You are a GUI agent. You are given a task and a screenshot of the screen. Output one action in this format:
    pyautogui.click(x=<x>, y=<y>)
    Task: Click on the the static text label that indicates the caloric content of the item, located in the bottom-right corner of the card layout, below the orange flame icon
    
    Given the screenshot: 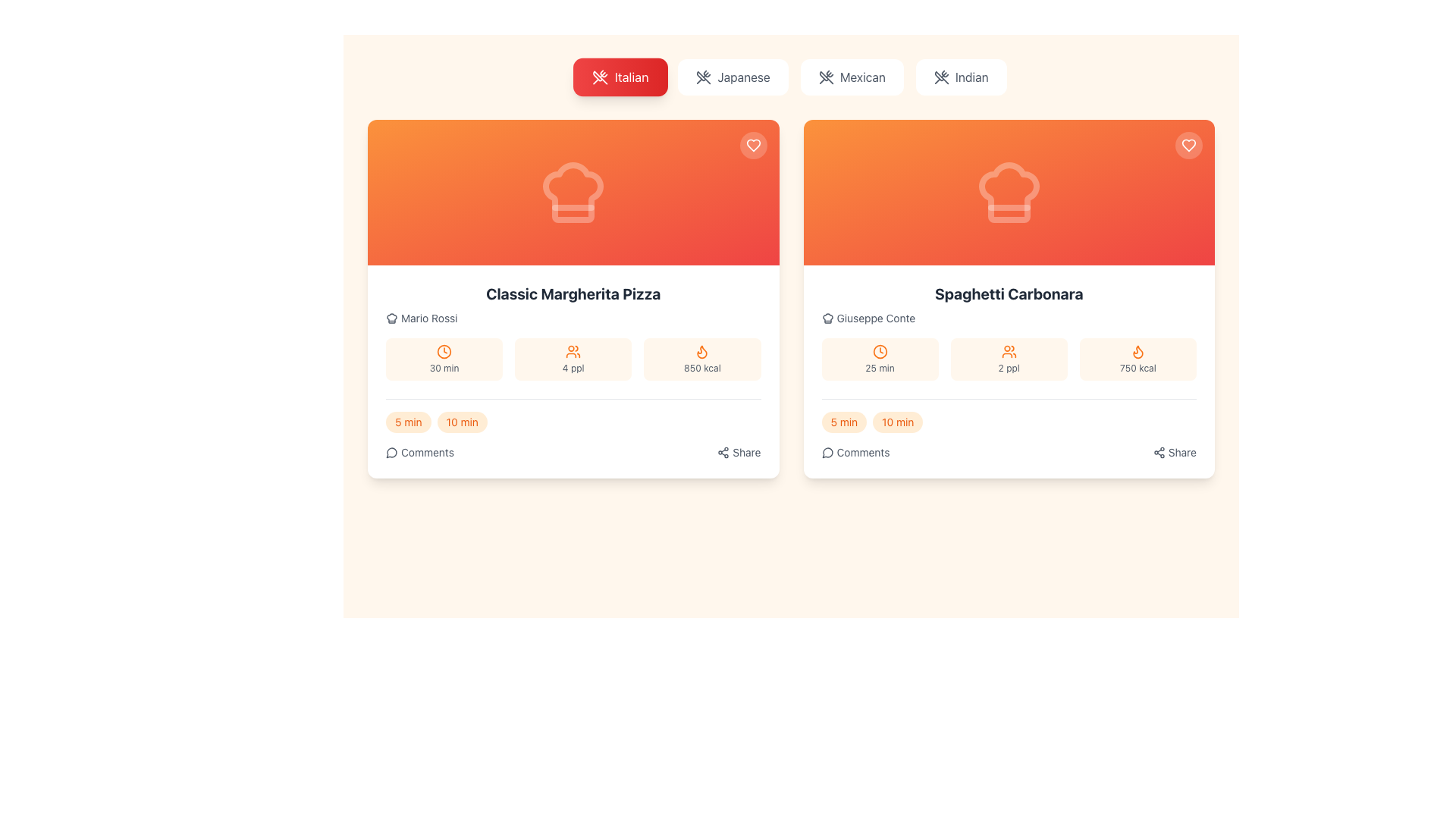 What is the action you would take?
    pyautogui.click(x=701, y=369)
    